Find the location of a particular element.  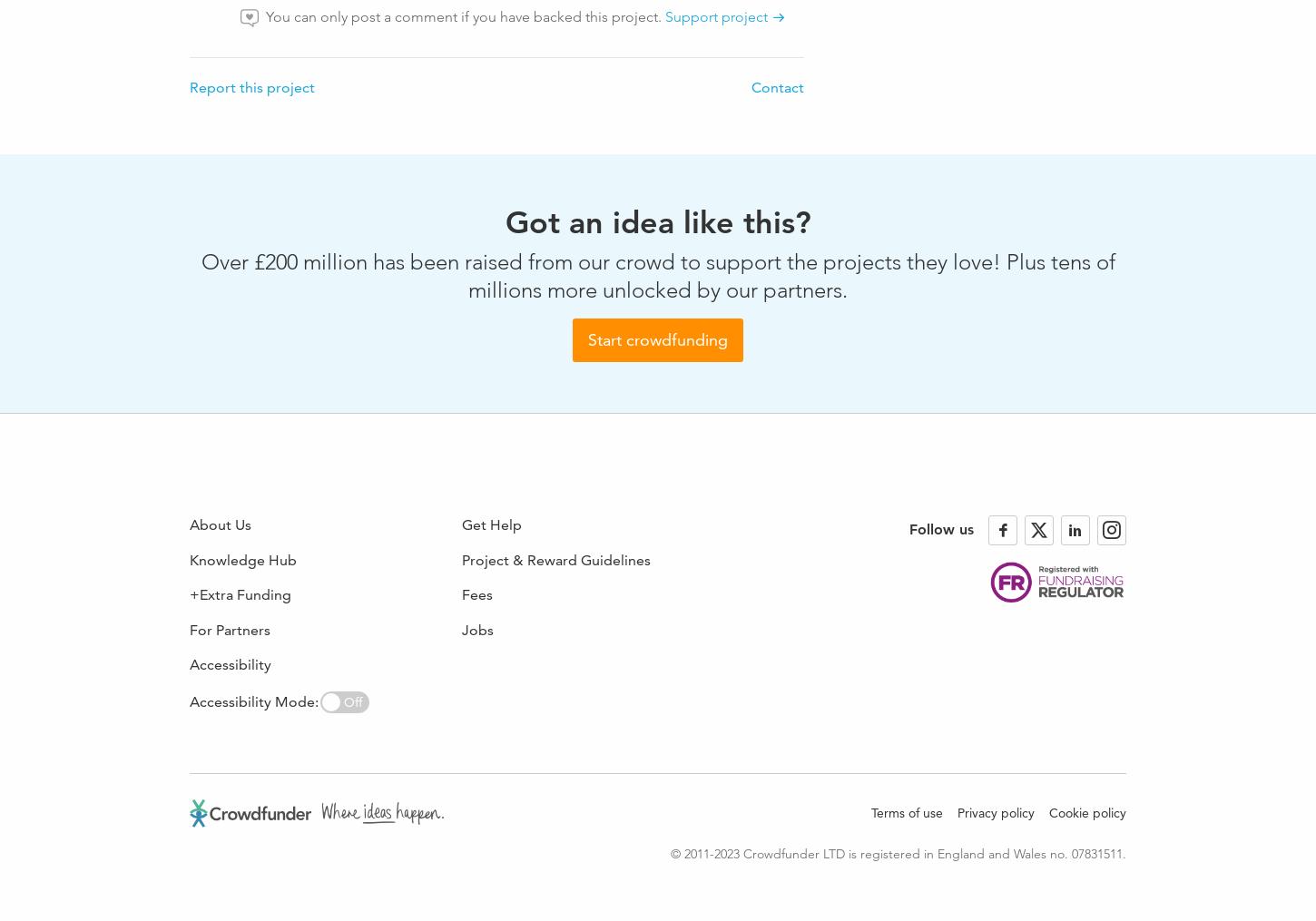

'© 2011-2023 Crowdfunder LTD is registered in England and Wales no. 07831511.' is located at coordinates (899, 851).